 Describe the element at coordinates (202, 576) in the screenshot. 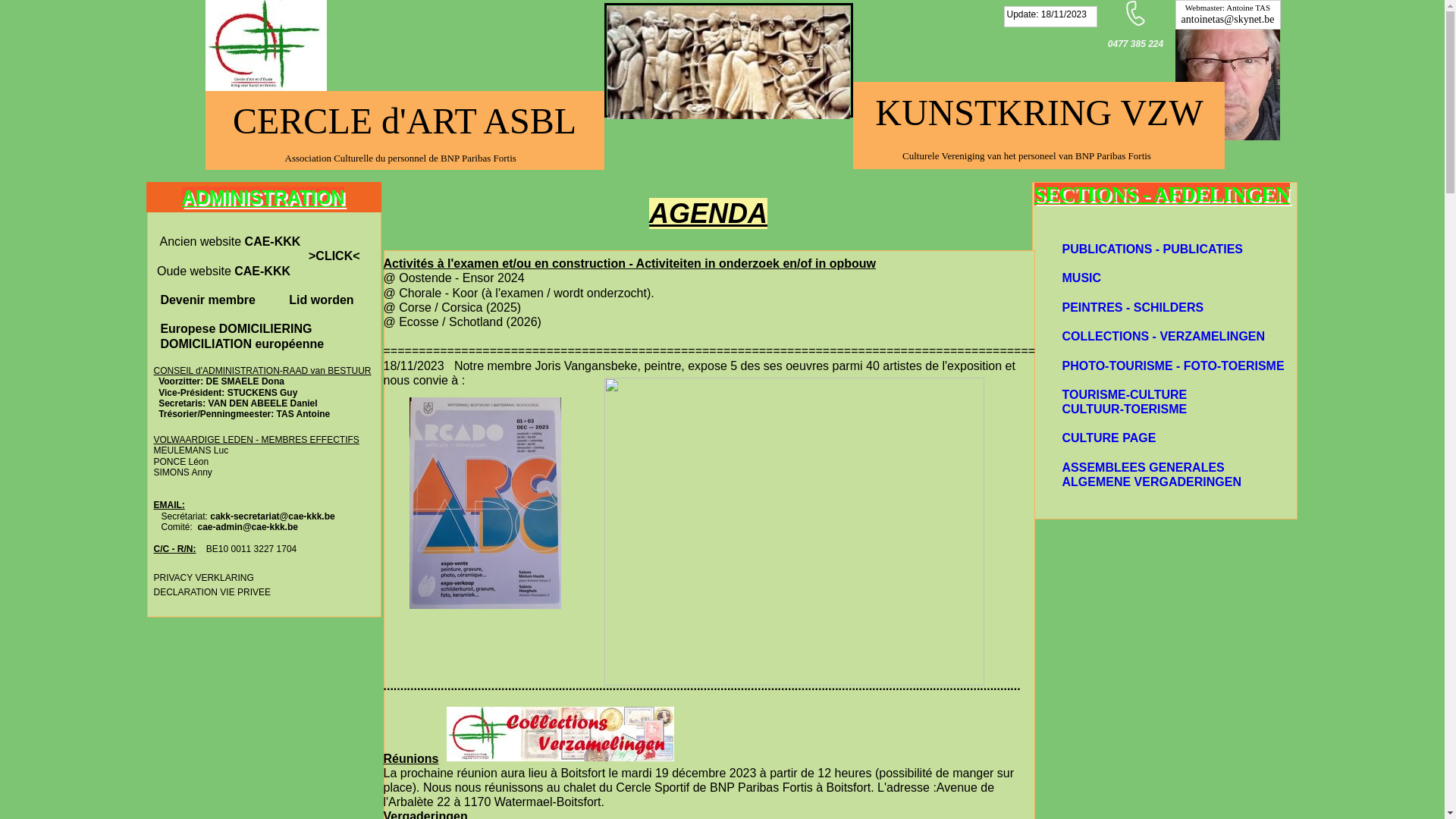

I see `'PRIVACY VERKLARING'` at that location.